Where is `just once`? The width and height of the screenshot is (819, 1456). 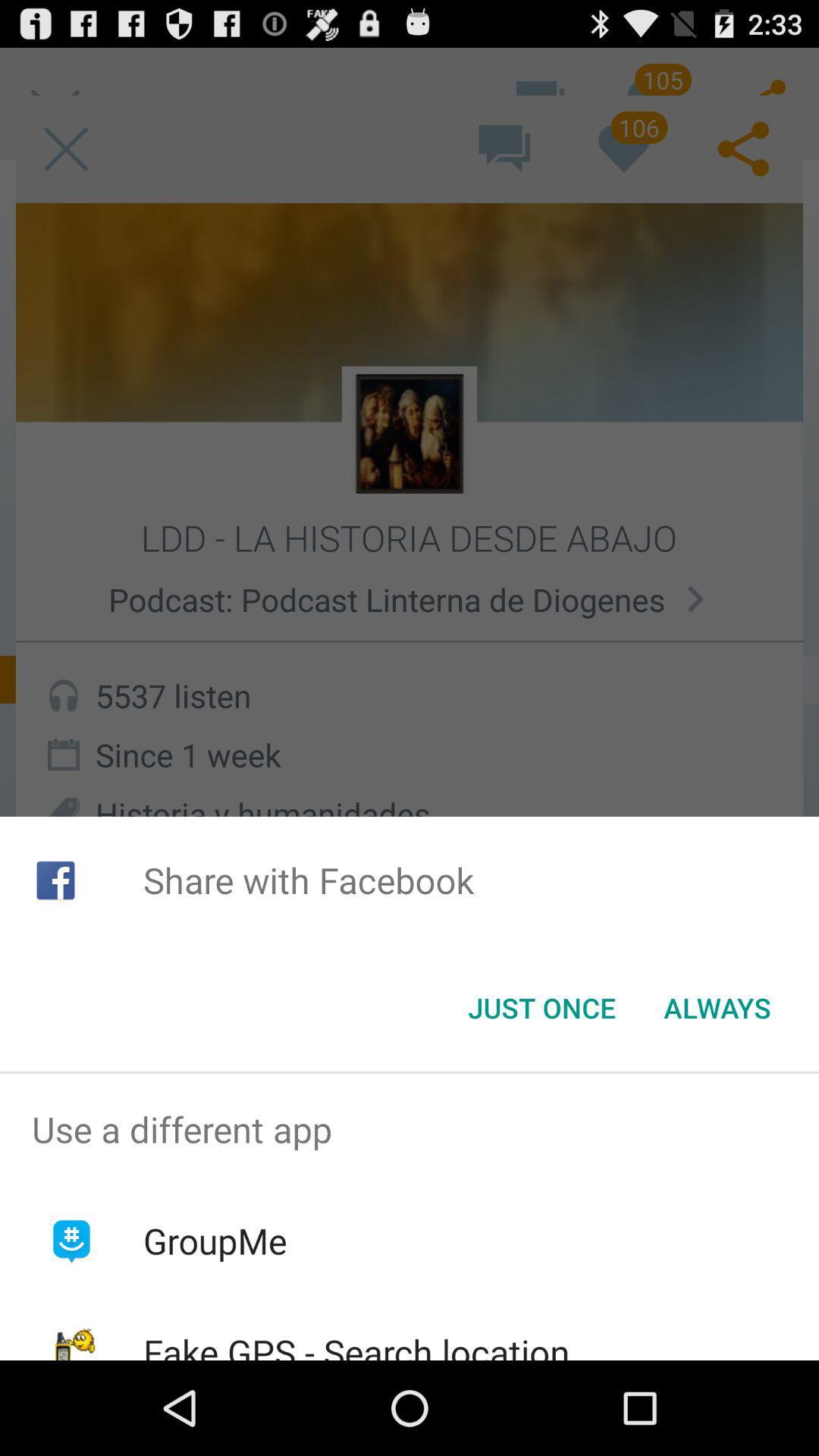 just once is located at coordinates (541, 1008).